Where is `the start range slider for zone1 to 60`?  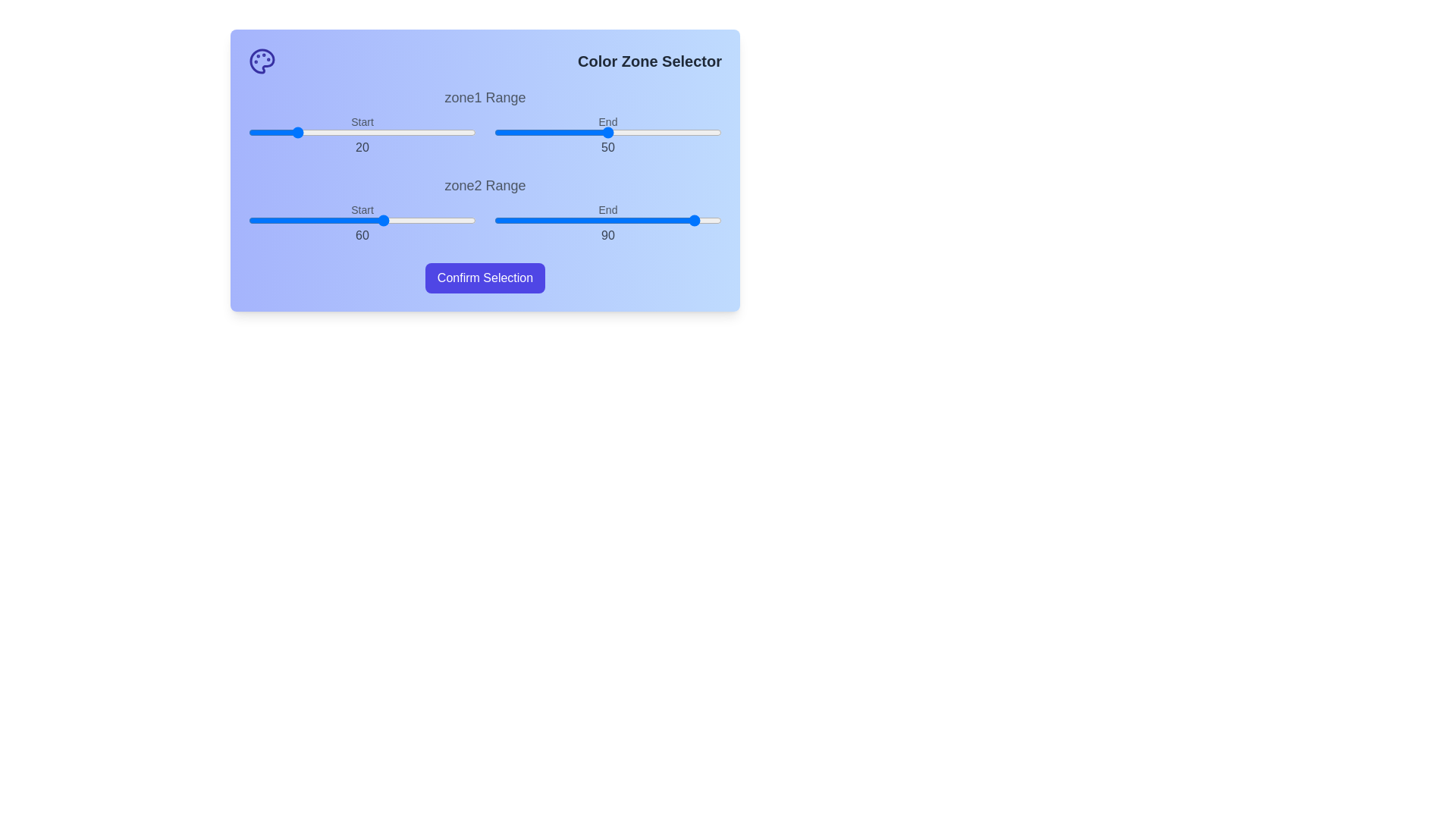 the start range slider for zone1 to 60 is located at coordinates (385, 131).